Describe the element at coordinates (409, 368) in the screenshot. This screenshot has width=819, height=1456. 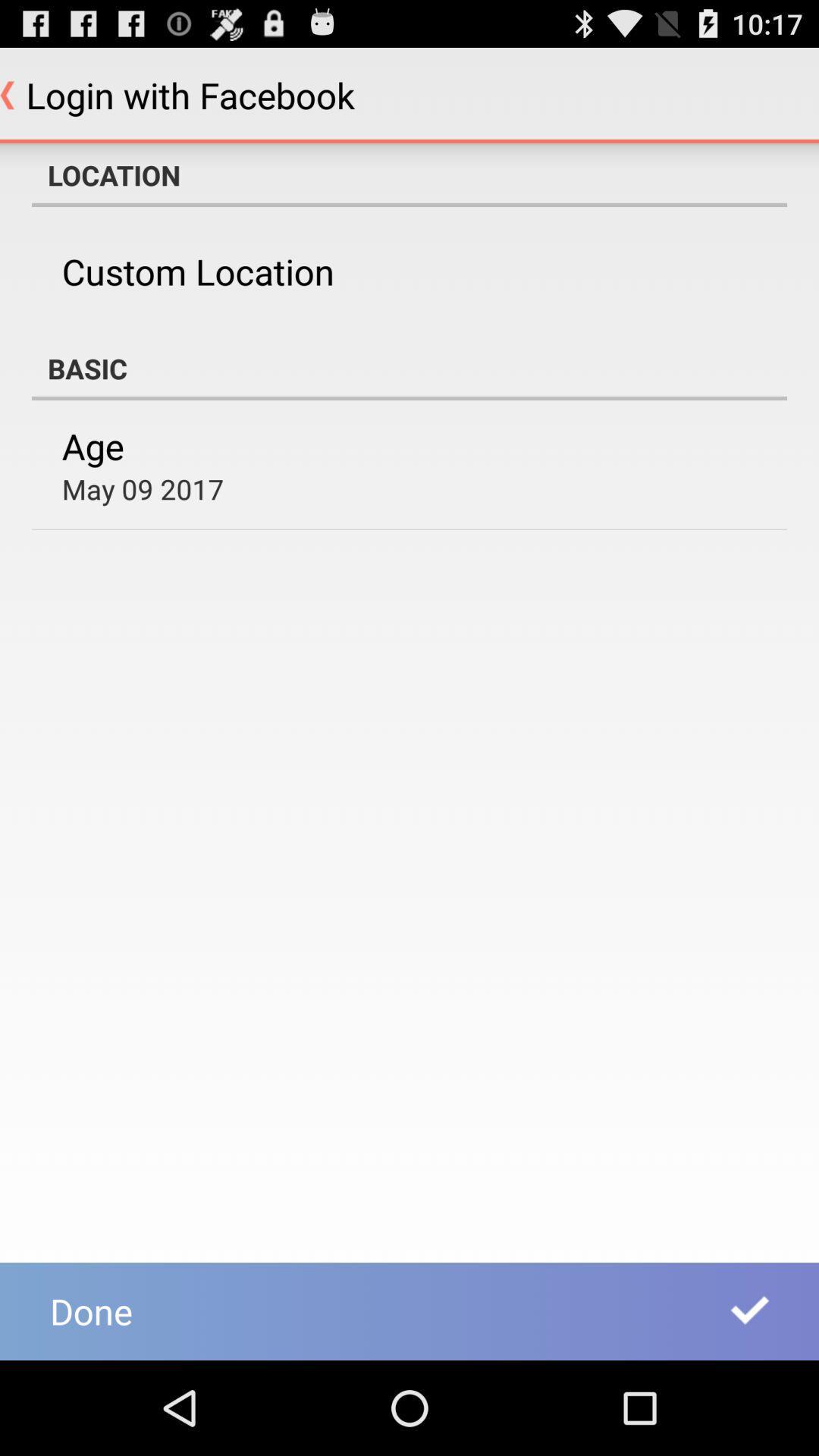
I see `the item above the age` at that location.